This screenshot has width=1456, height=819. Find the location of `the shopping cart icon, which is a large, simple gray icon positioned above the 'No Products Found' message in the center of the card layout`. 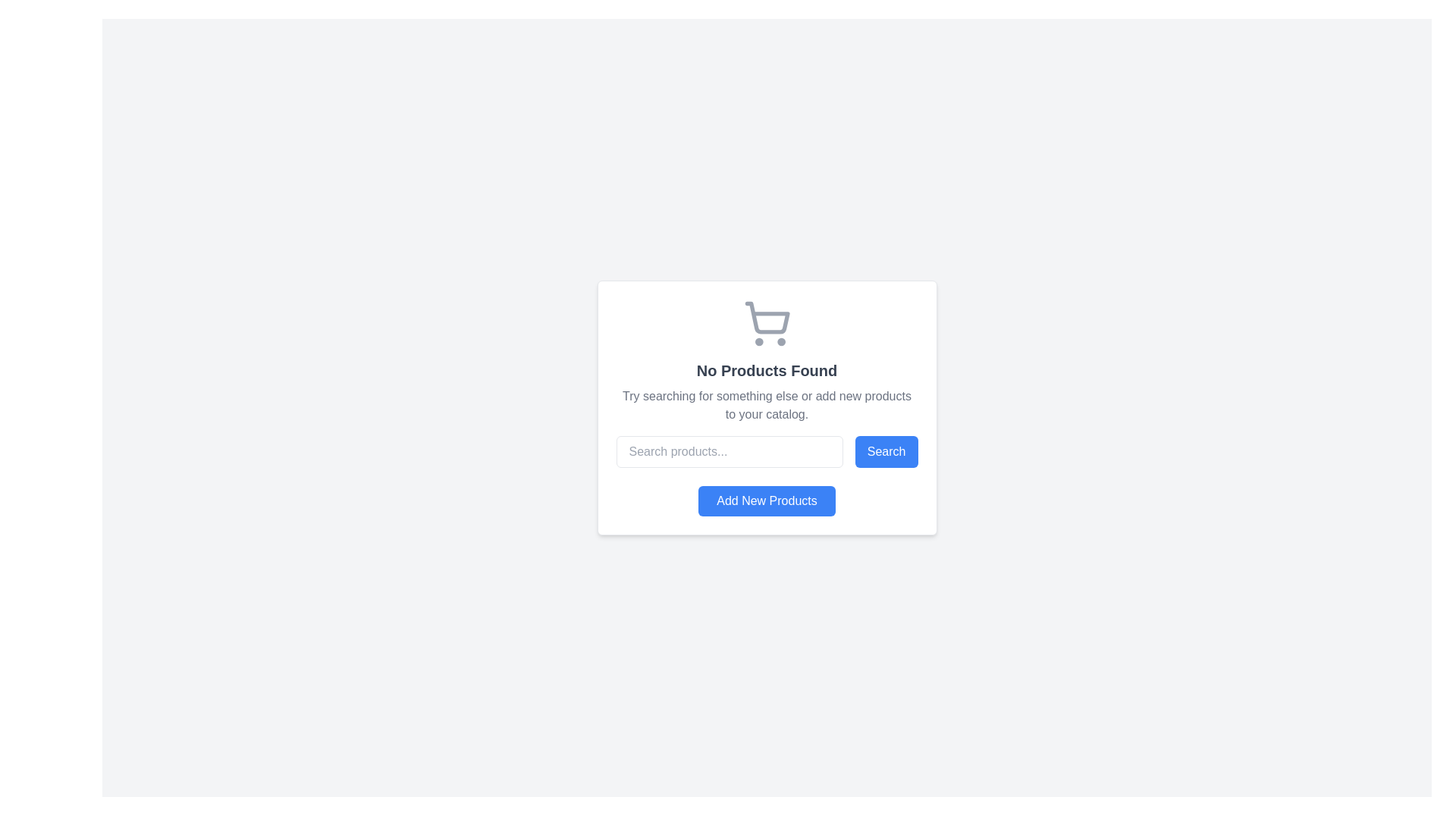

the shopping cart icon, which is a large, simple gray icon positioned above the 'No Products Found' message in the center of the card layout is located at coordinates (767, 323).